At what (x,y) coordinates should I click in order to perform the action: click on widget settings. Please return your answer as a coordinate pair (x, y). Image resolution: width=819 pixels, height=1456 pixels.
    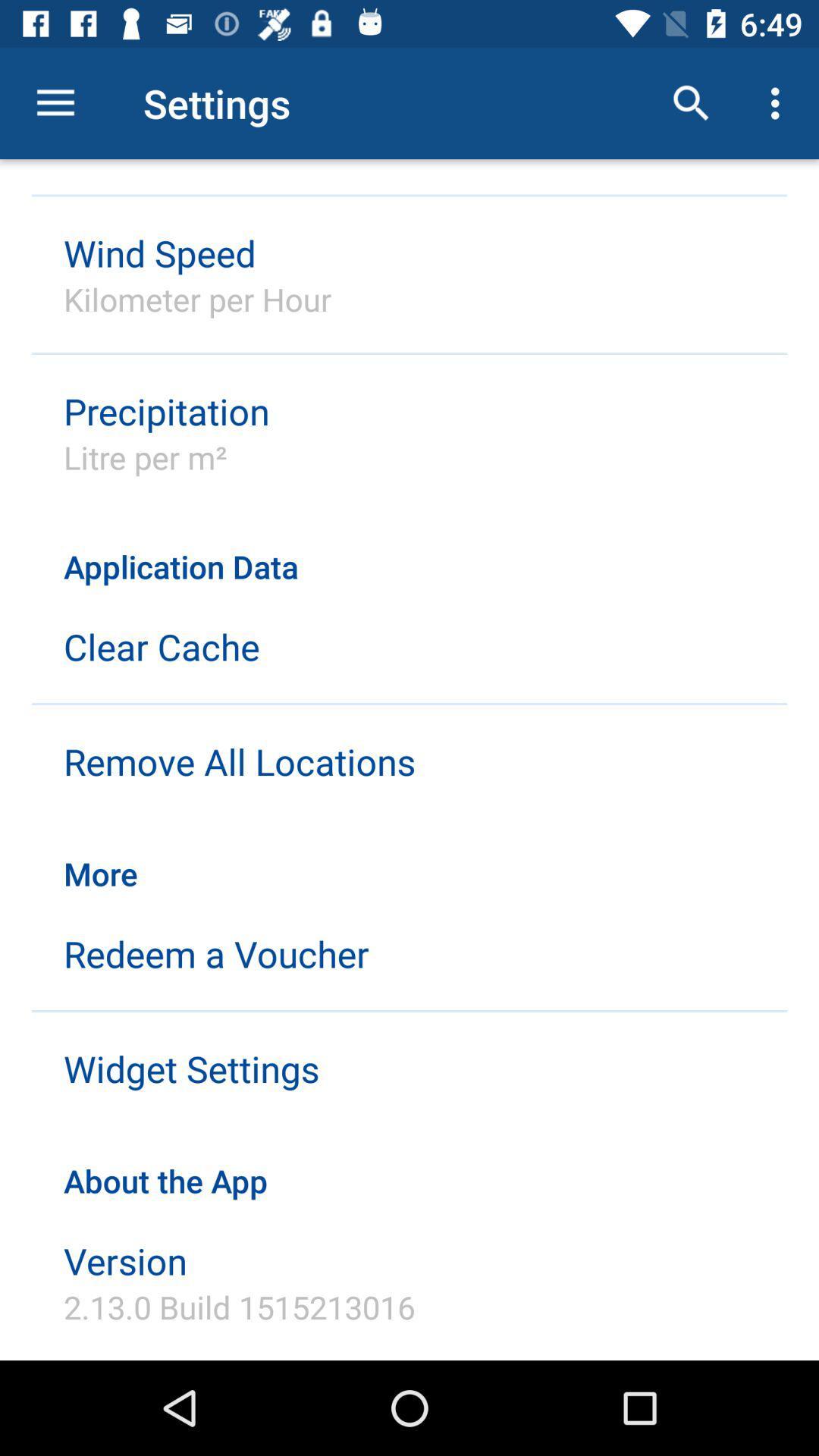
    Looking at the image, I should click on (190, 1068).